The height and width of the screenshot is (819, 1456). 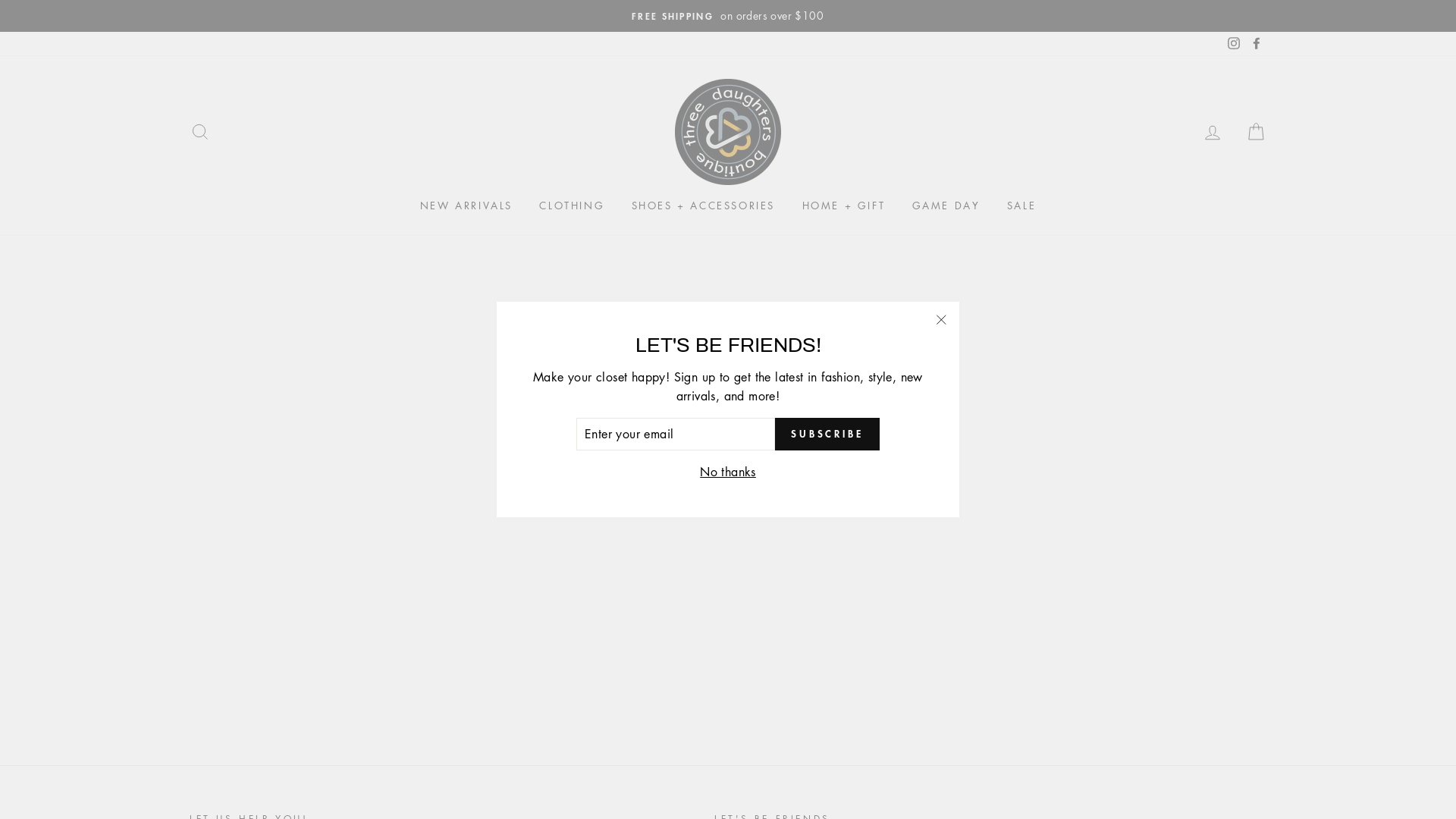 I want to click on 'LOG IN', so click(x=1211, y=130).